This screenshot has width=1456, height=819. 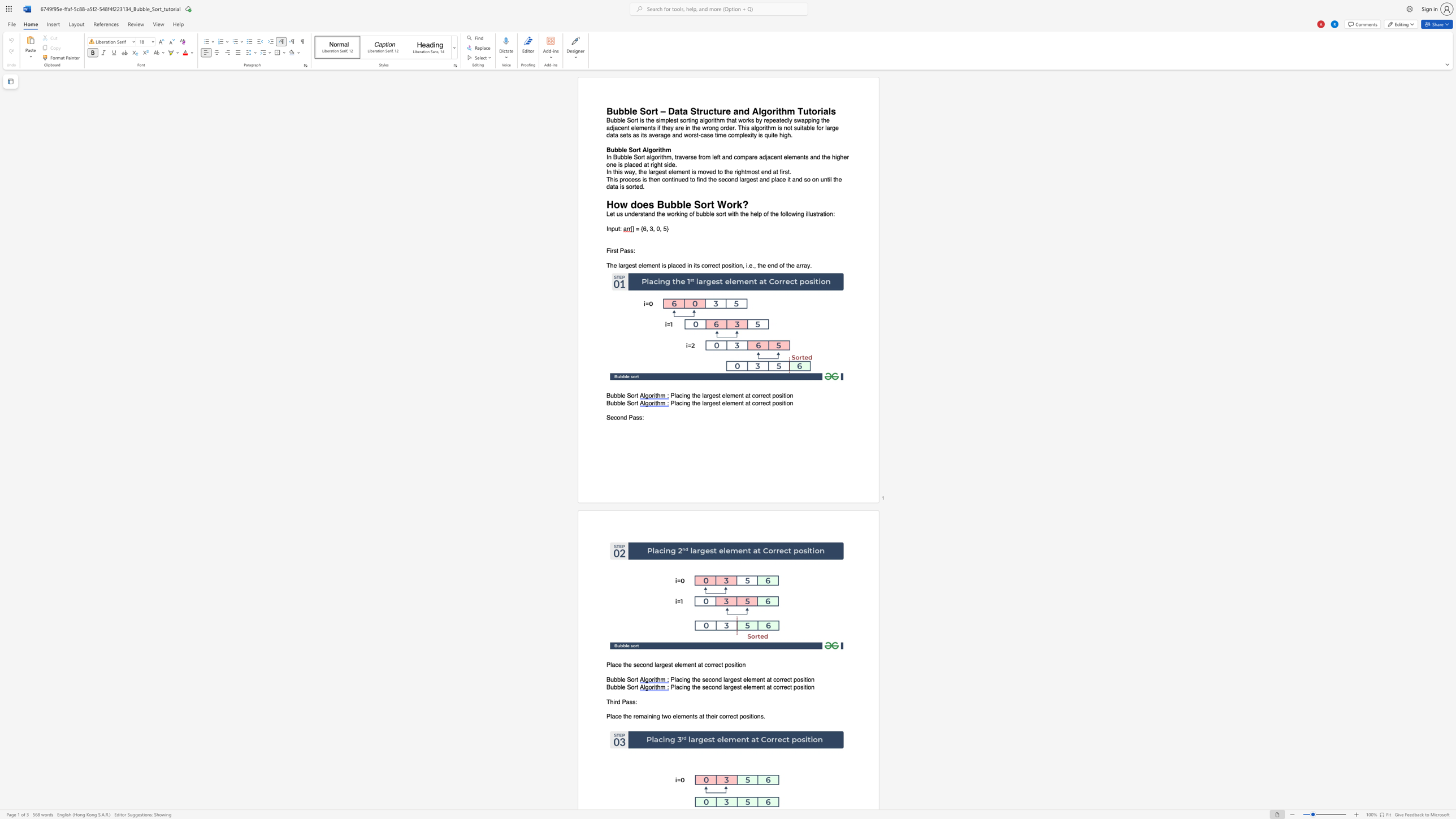 I want to click on the subset text "rk?" within the text "How does Bubble Sort Work?", so click(x=733, y=204).